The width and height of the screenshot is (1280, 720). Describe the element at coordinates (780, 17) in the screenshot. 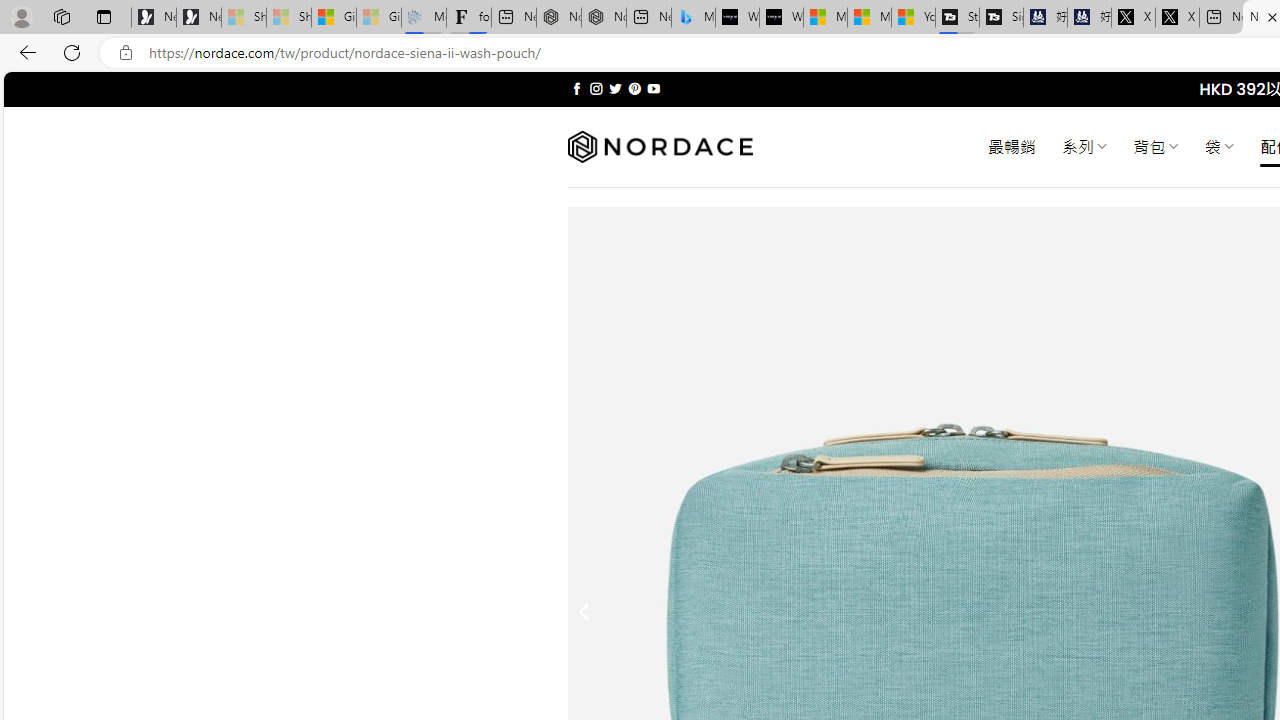

I see `'What'` at that location.